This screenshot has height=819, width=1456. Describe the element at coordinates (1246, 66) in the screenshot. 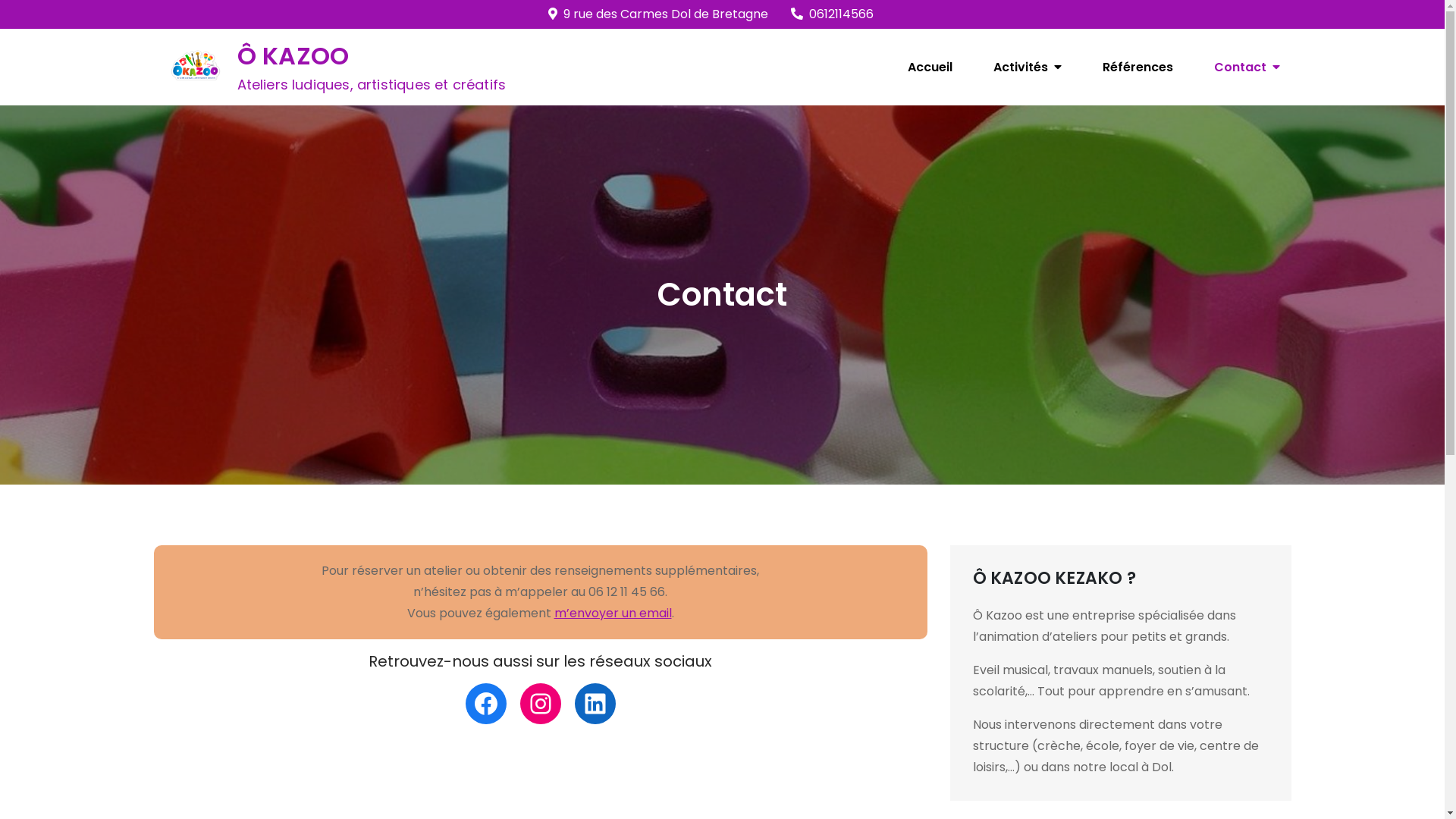

I see `'Contact'` at that location.